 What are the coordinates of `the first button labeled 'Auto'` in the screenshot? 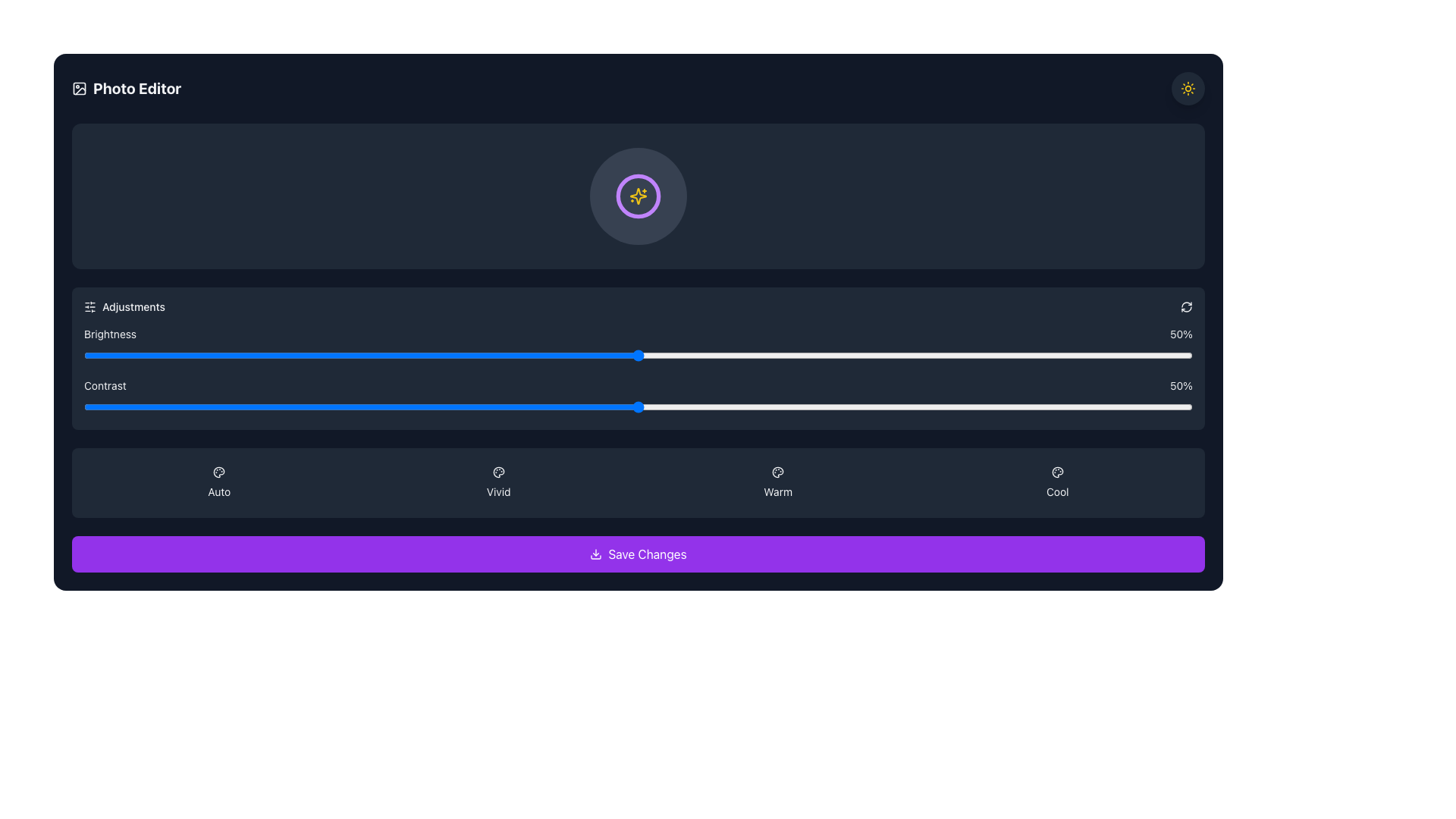 It's located at (218, 482).